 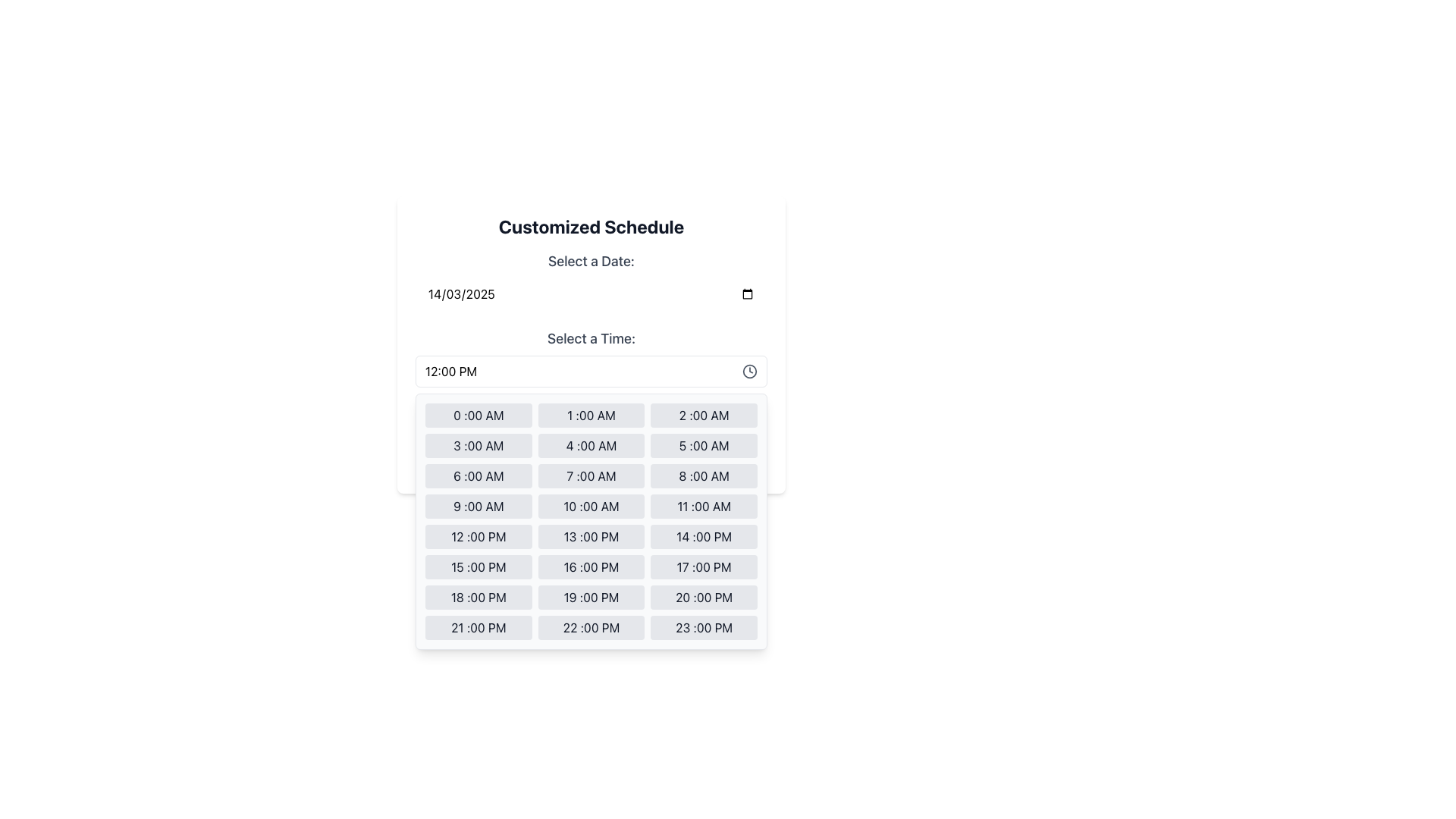 I want to click on the date input field located below the 'Select a Date:' label in the 'Customized Schedule' card, so click(x=590, y=294).